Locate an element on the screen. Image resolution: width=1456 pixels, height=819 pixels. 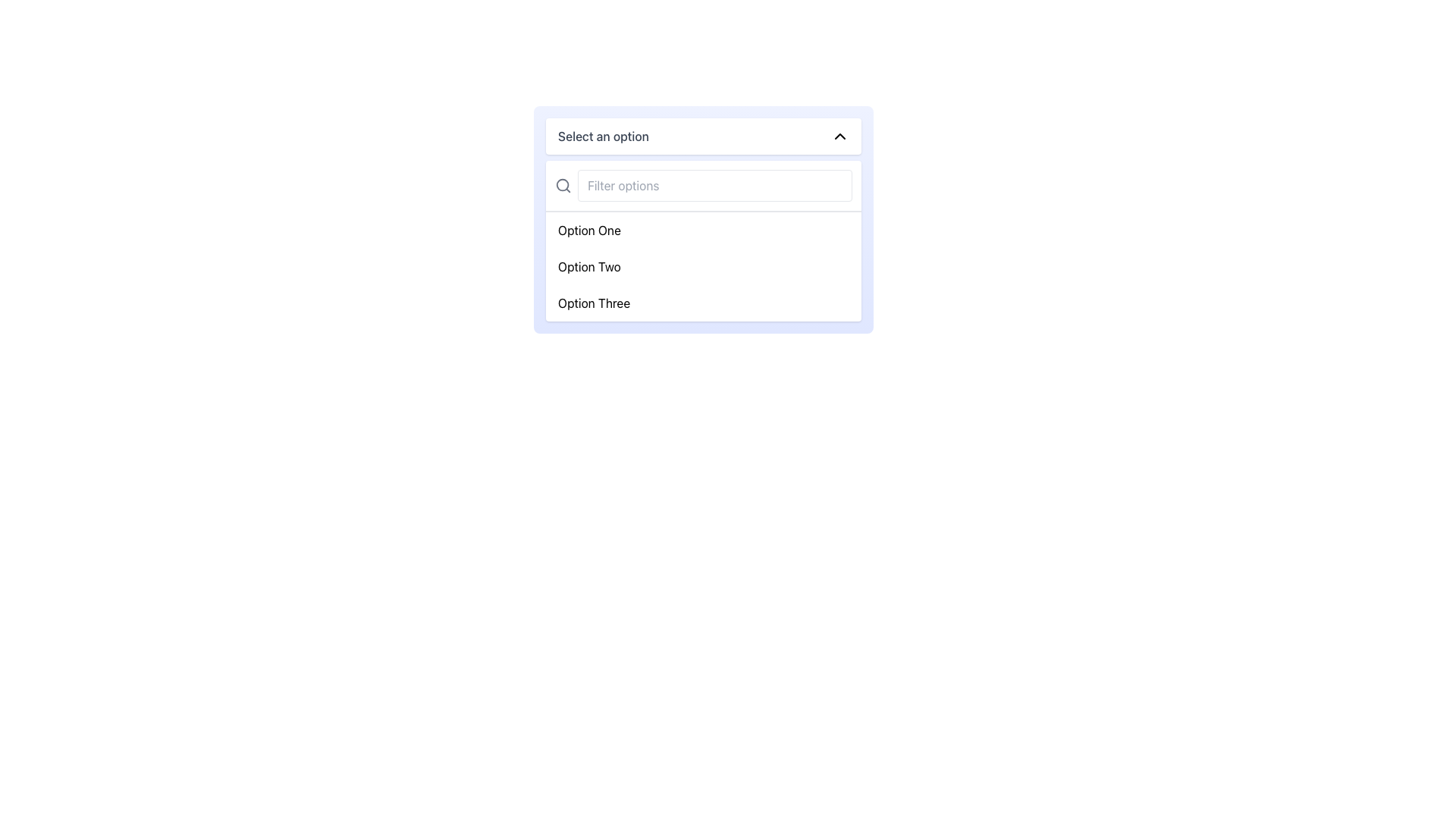
the dropdown option list directly below the 'Select an option' dropdown is located at coordinates (702, 240).